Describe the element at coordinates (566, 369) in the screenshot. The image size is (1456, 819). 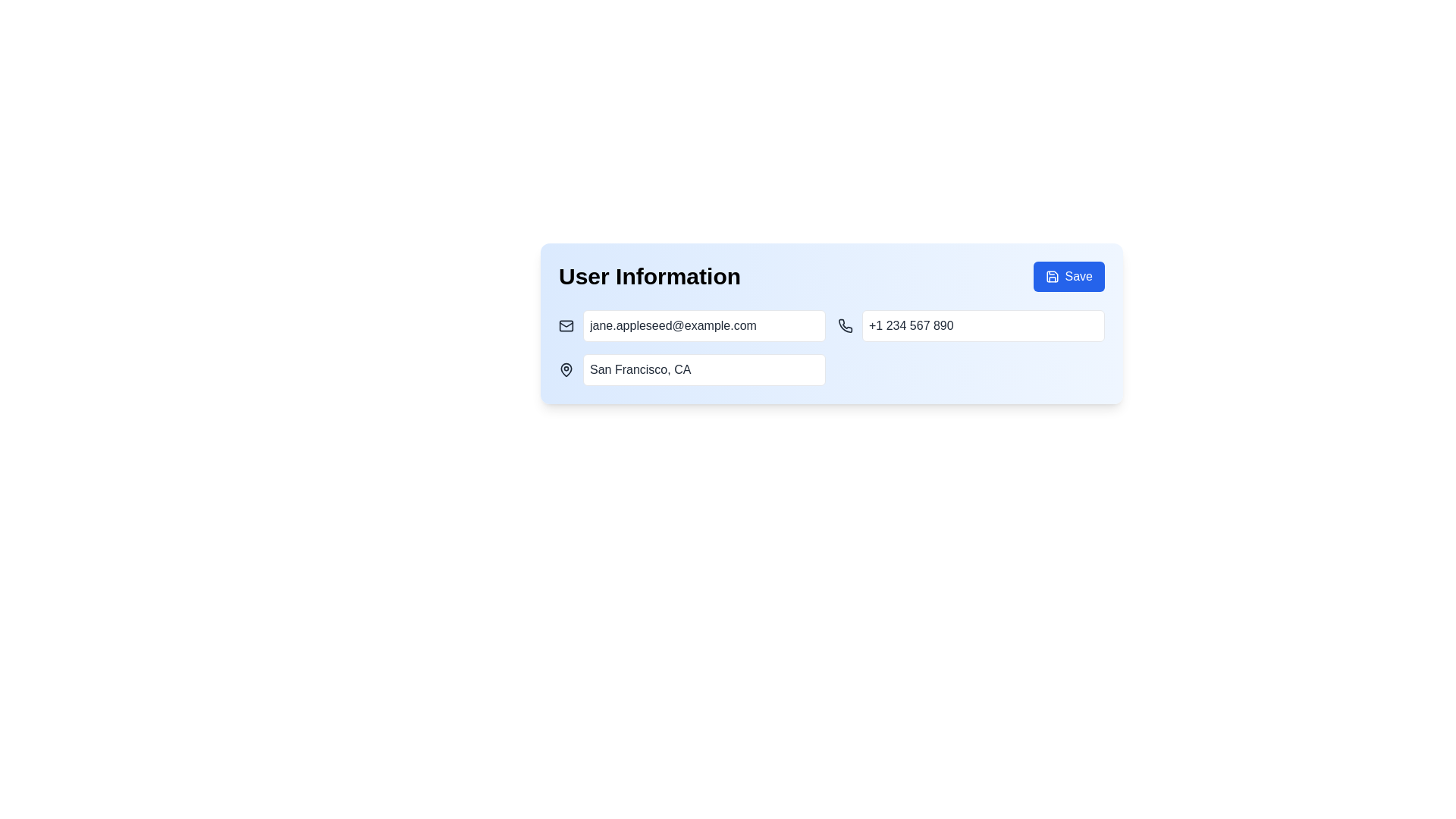
I see `the leftmost icon in the 'User Information' section, which is located to the left of the 'San Francisco, CA' text input field` at that location.